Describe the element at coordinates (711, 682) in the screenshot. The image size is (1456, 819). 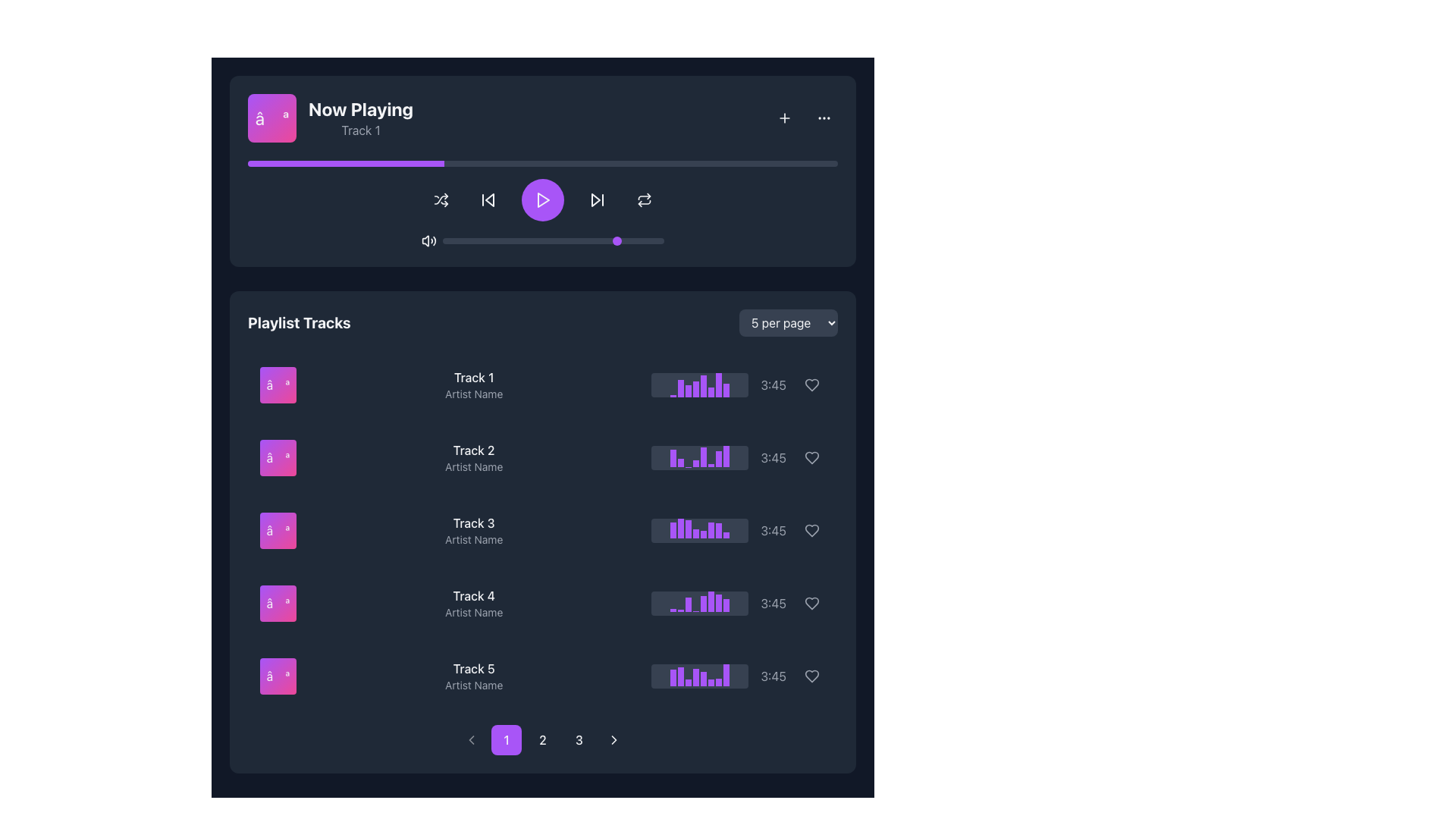
I see `the sixth purple histogram bar, which is part of a sequence of bars located in the lower right section of the interface` at that location.